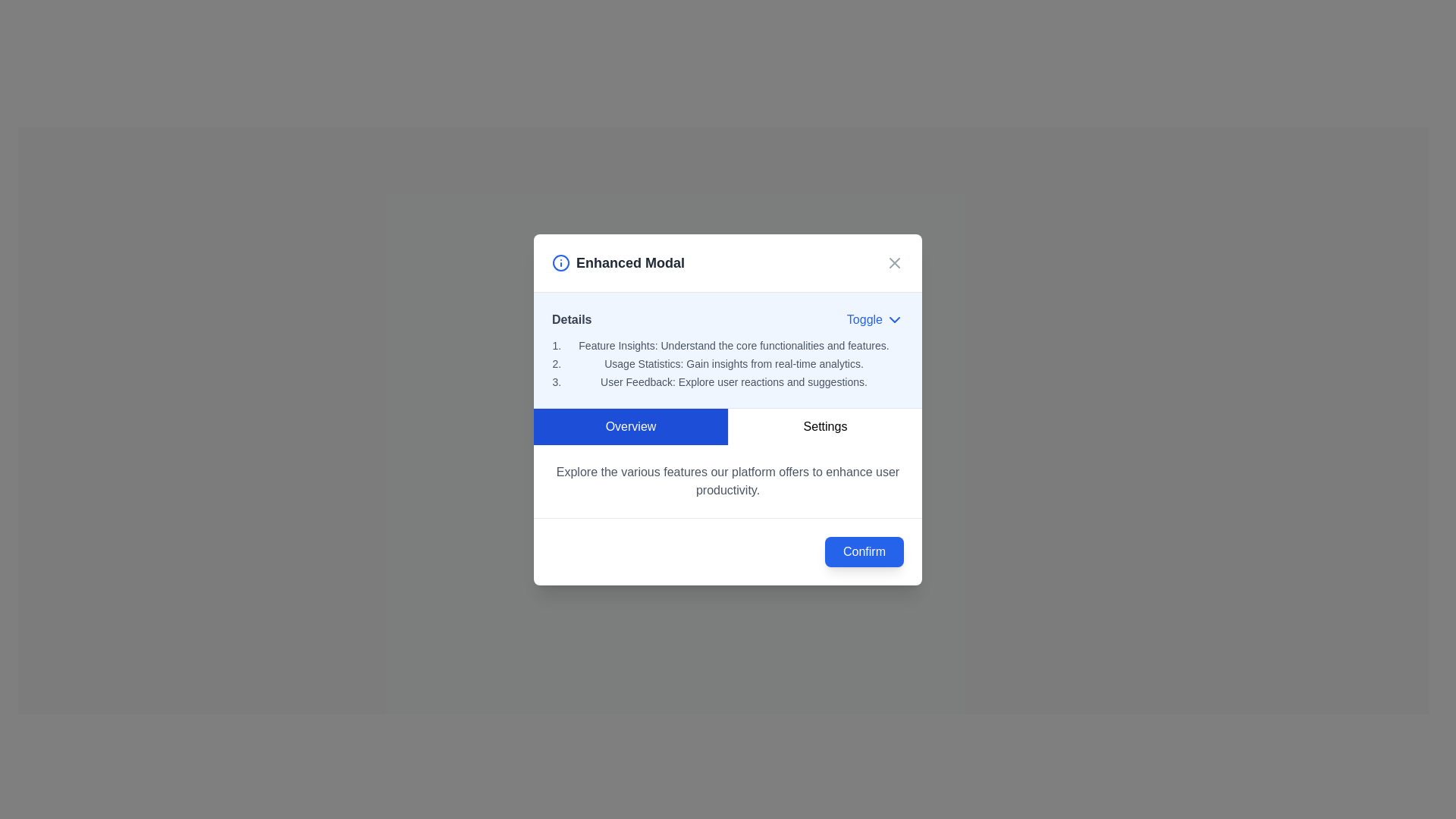 This screenshot has width=1456, height=819. What do you see at coordinates (560, 262) in the screenshot?
I see `the circular icon with a blue border and white center, located to the far left of the header section labeled 'Enhanced Modal'` at bounding box center [560, 262].